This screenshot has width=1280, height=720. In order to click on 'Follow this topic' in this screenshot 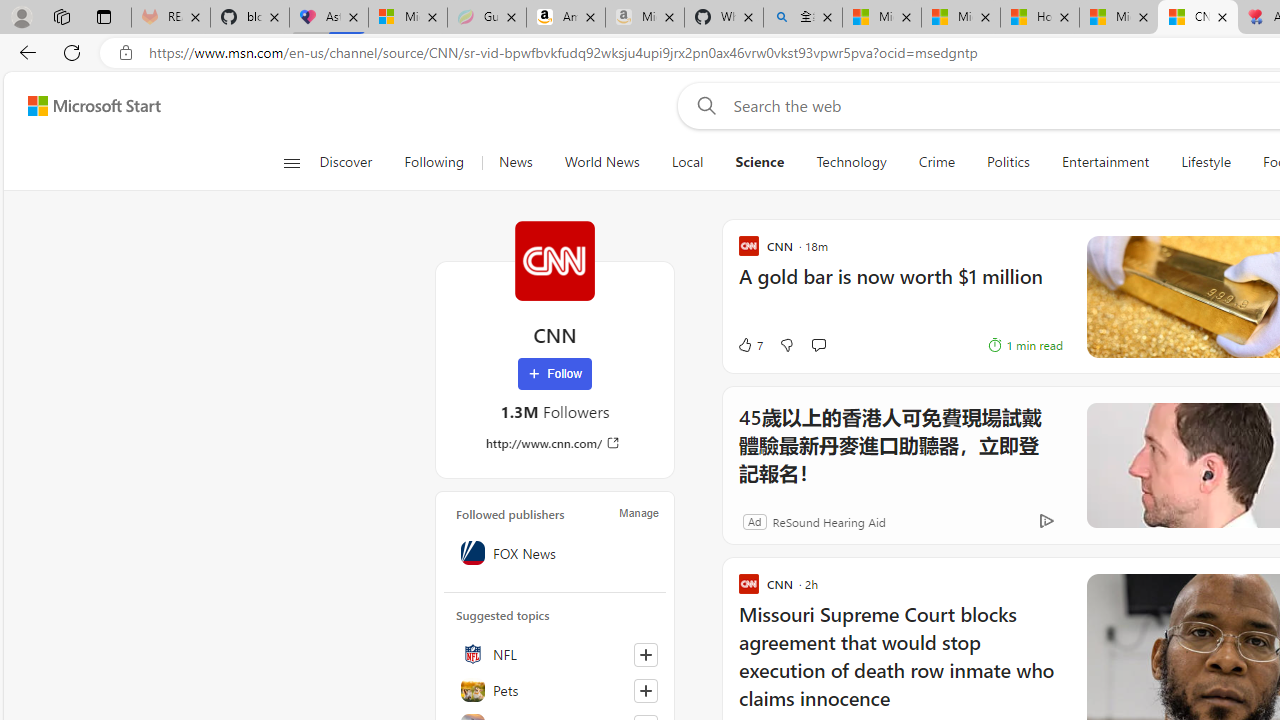, I will do `click(645, 689)`.